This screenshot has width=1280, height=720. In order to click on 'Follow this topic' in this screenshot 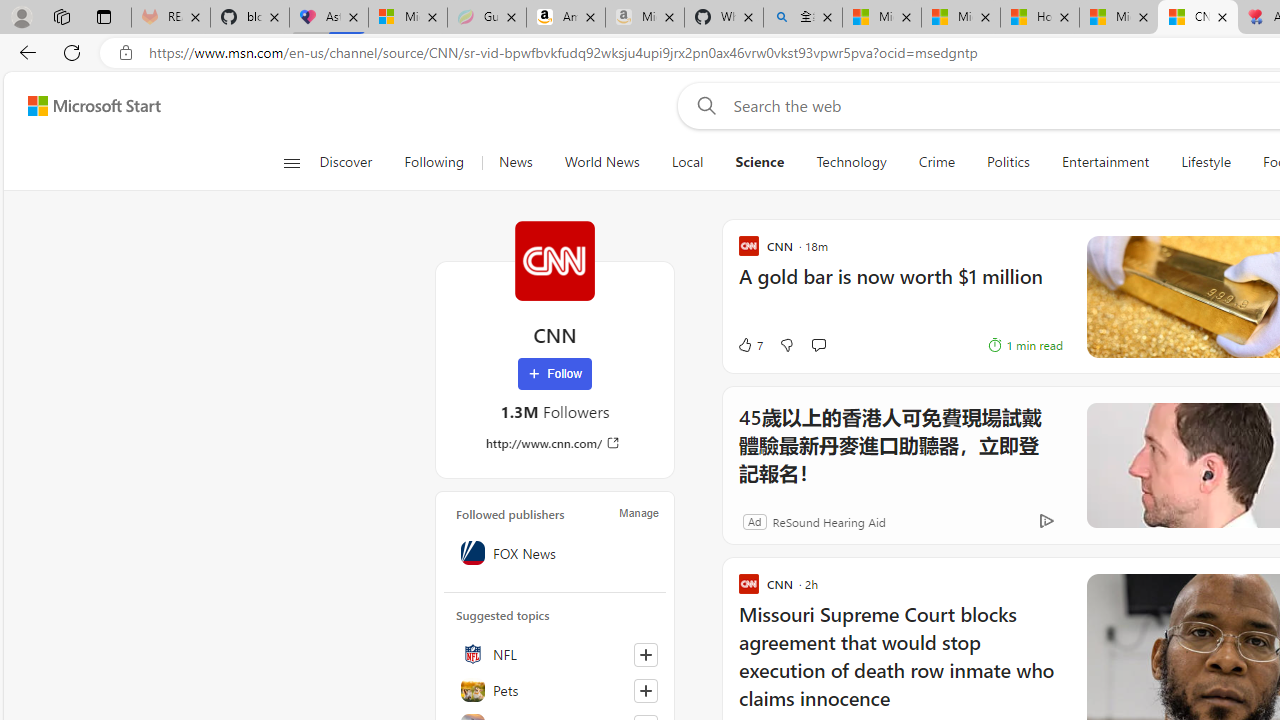, I will do `click(645, 689)`.